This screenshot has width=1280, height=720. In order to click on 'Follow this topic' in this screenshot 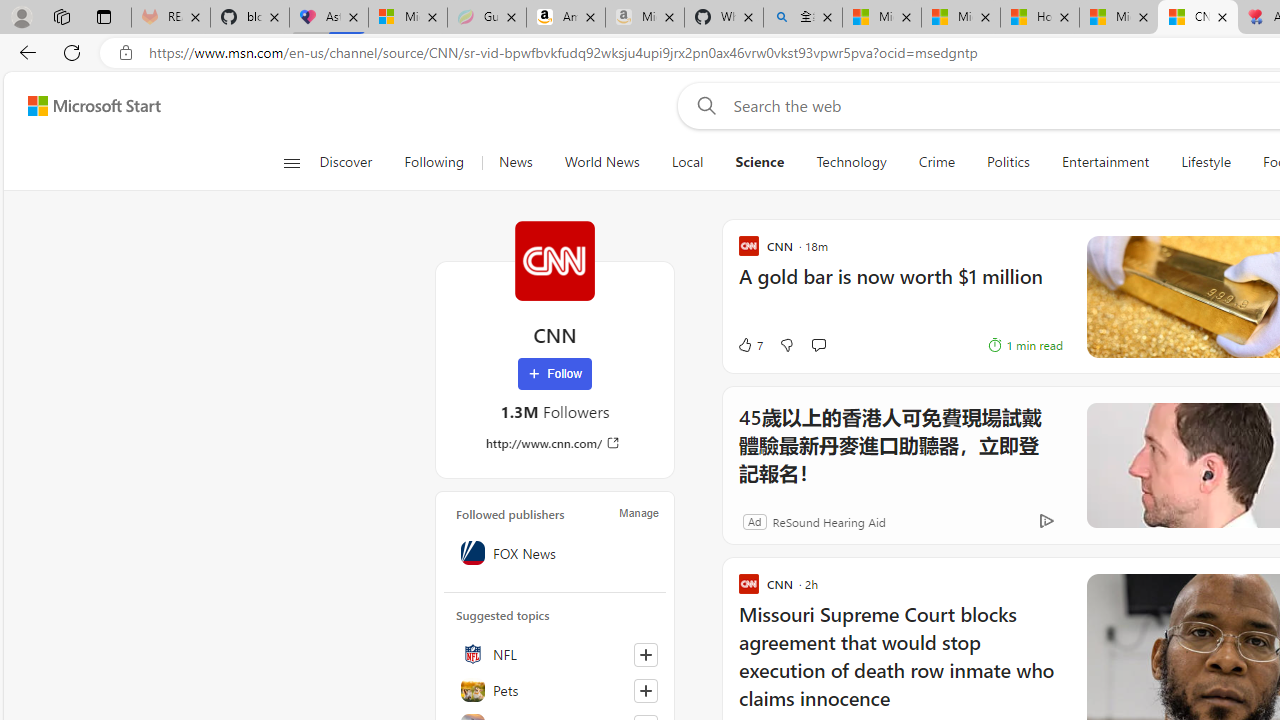, I will do `click(645, 689)`.